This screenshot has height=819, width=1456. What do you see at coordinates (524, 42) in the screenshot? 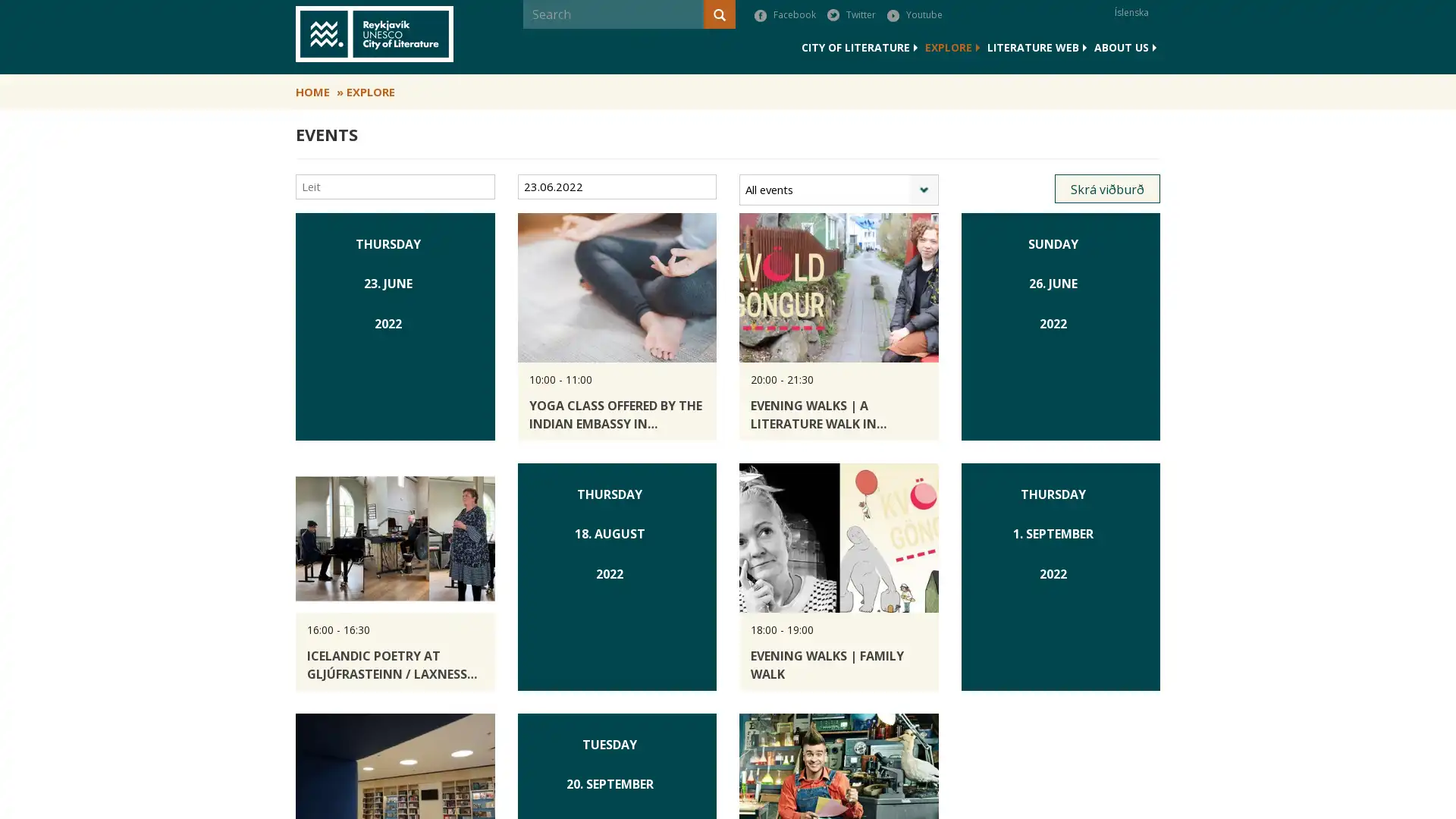
I see `Search` at bounding box center [524, 42].